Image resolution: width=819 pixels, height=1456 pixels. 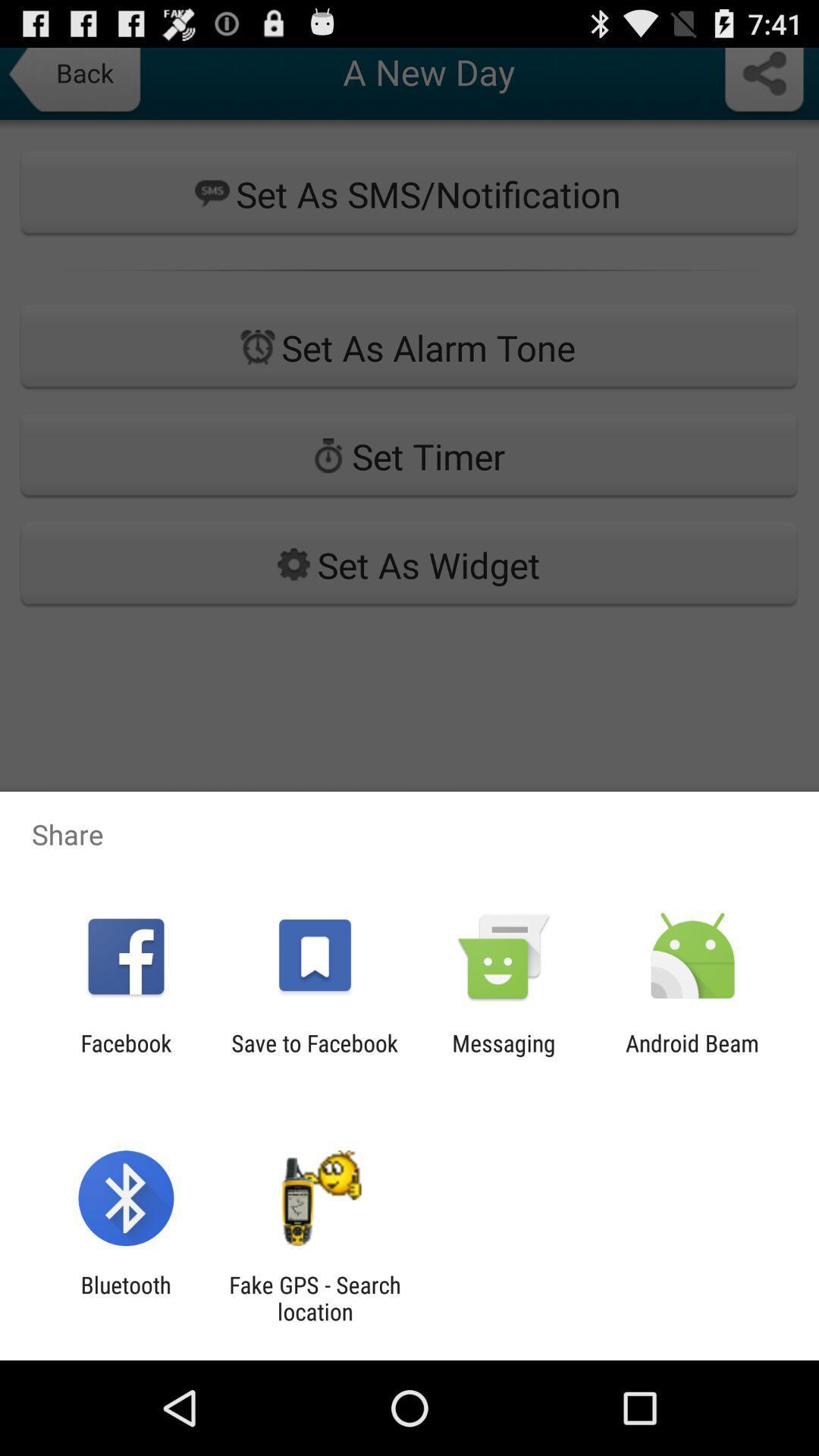 What do you see at coordinates (314, 1056) in the screenshot?
I see `the item next to the facebook` at bounding box center [314, 1056].